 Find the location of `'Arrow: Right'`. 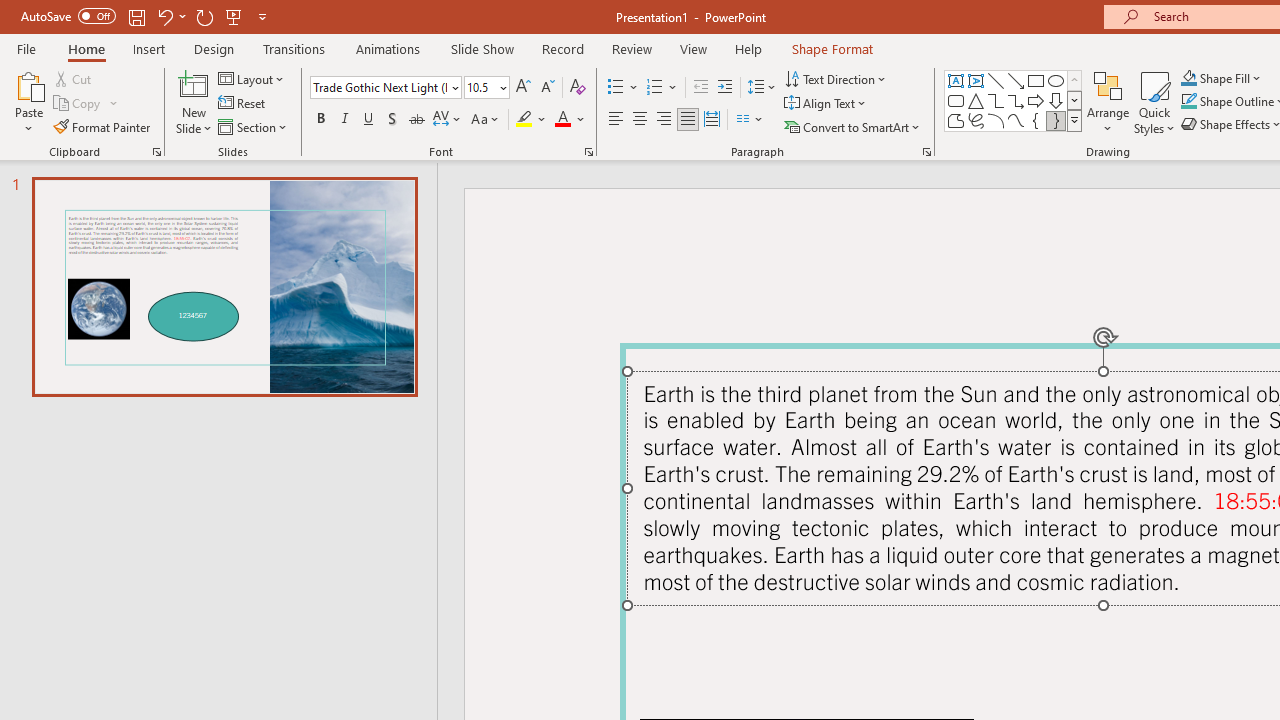

'Arrow: Right' is located at coordinates (1036, 100).